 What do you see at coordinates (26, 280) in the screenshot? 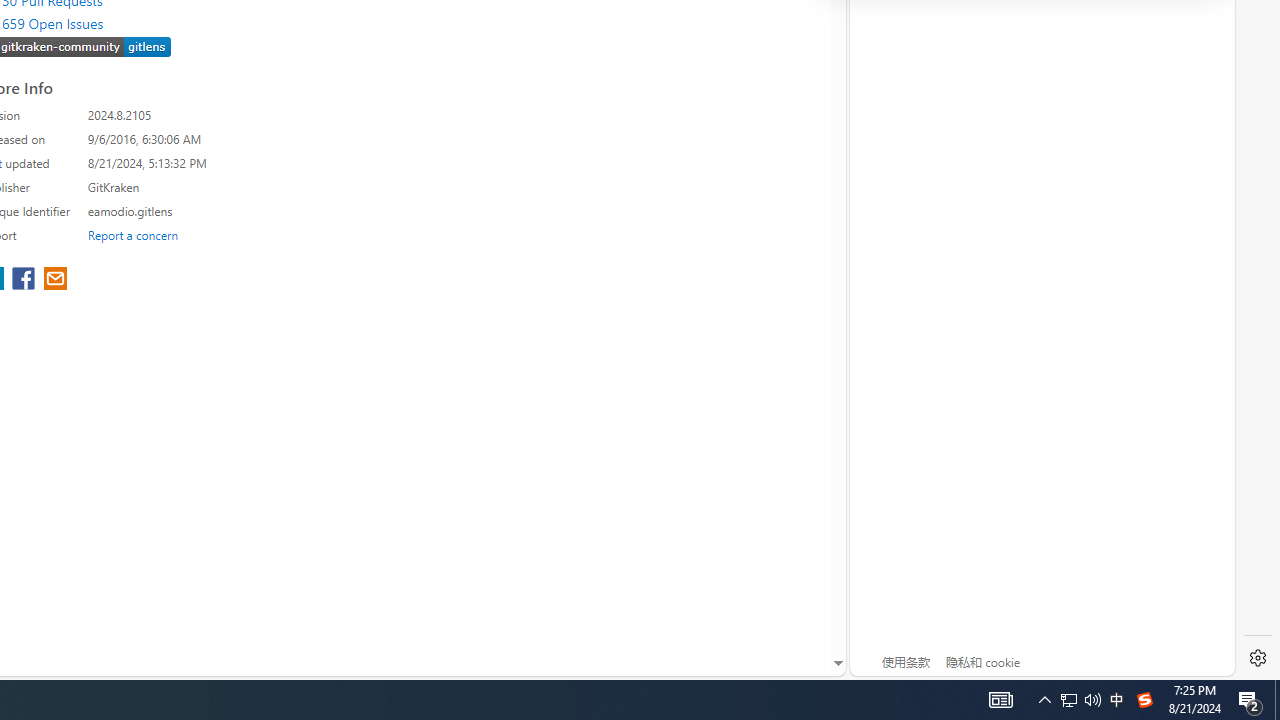
I see `'share extension on facebook'` at bounding box center [26, 280].